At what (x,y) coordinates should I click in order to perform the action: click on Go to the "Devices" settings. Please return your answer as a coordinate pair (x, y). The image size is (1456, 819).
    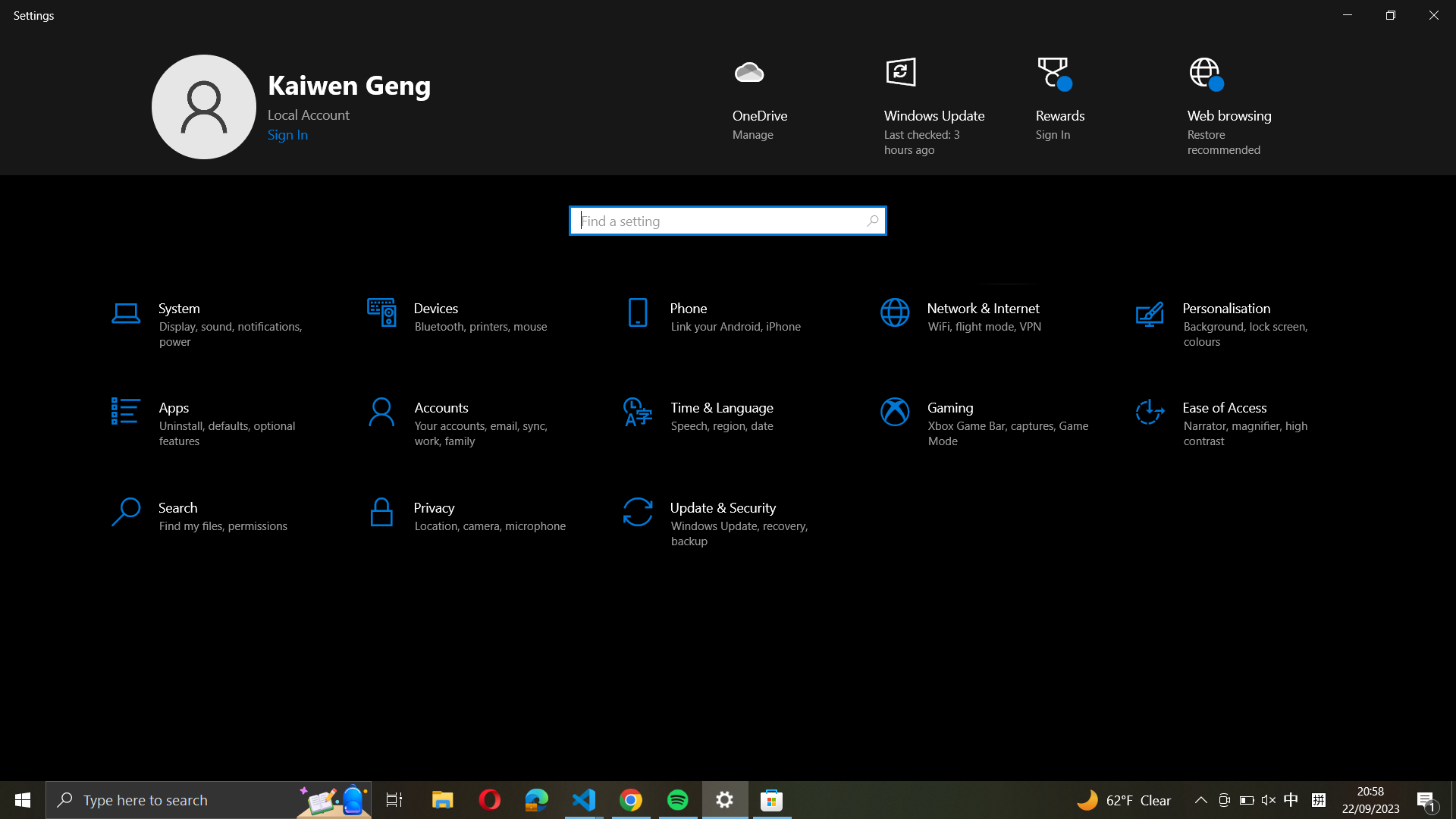
    Looking at the image, I should click on (469, 325).